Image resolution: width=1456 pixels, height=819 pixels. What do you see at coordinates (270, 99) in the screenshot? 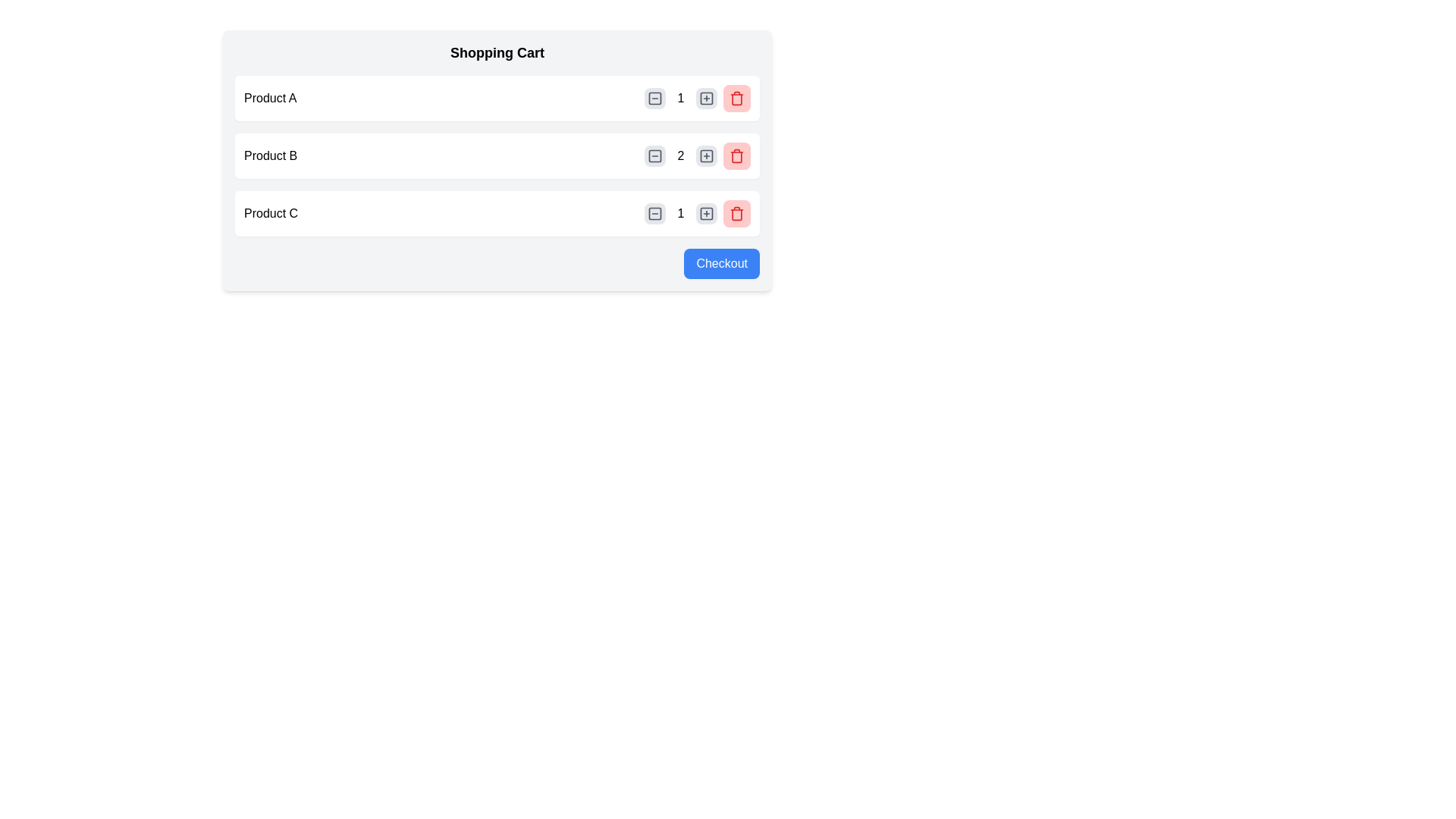
I see `the text label displaying 'Product A', which is the first label in a vertical list of products under the shopping cart heading` at bounding box center [270, 99].